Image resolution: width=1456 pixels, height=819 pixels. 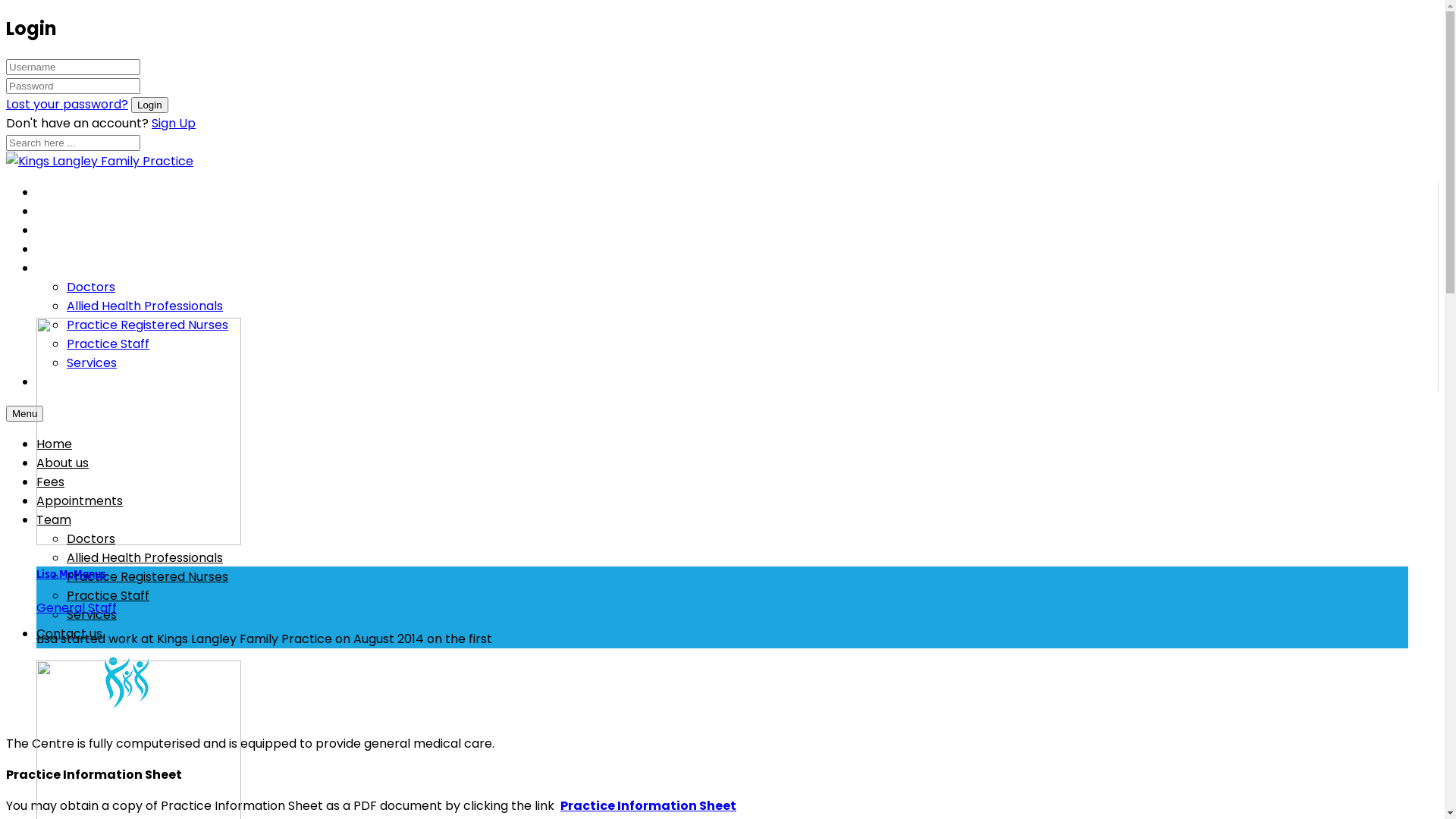 What do you see at coordinates (648, 805) in the screenshot?
I see `'Practice Information Sheet'` at bounding box center [648, 805].